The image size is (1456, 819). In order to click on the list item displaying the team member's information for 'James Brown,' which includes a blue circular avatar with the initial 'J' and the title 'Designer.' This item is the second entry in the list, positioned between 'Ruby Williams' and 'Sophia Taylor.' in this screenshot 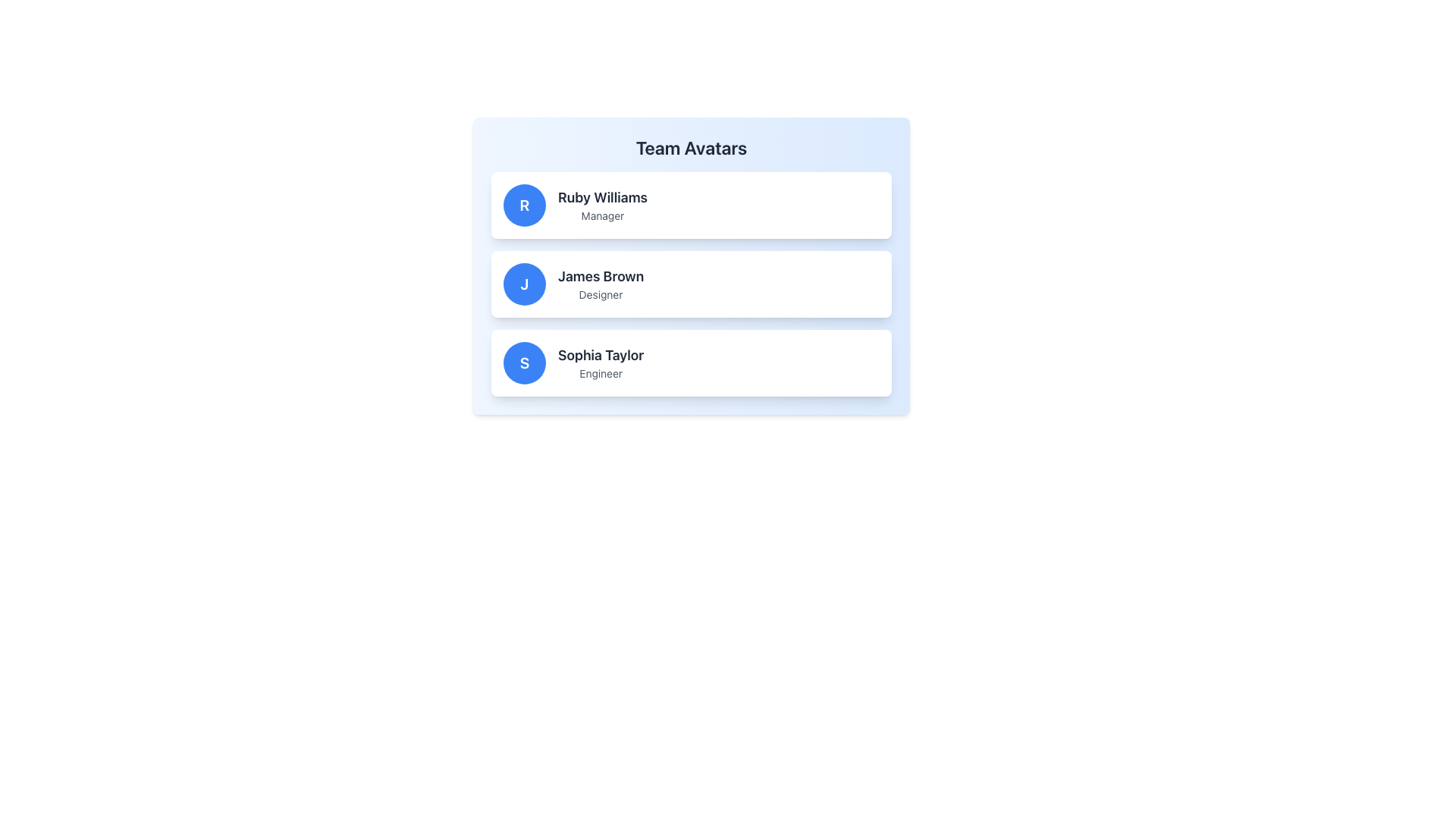, I will do `click(691, 284)`.